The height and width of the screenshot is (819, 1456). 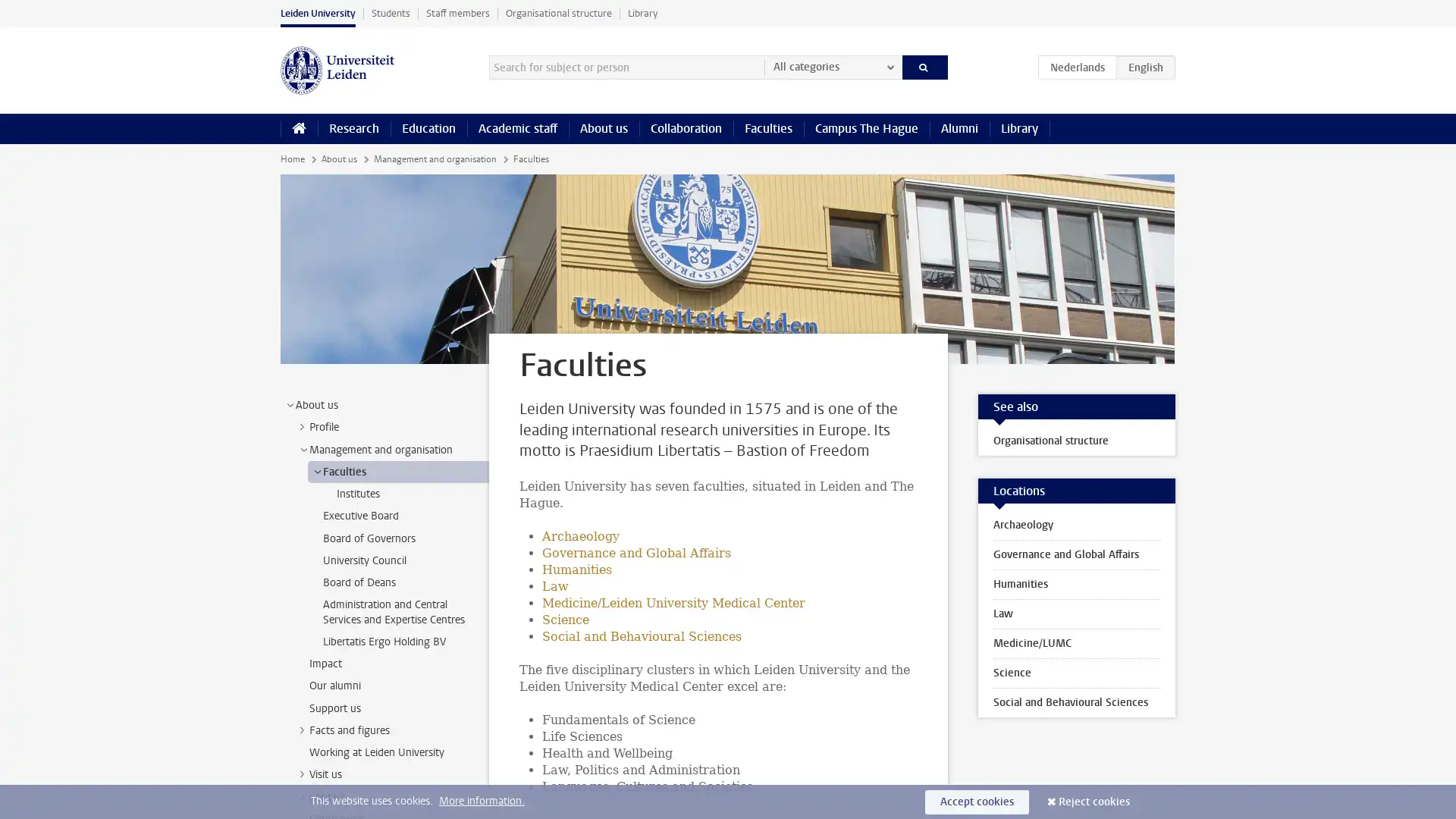 What do you see at coordinates (977, 801) in the screenshot?
I see `Accept cookies` at bounding box center [977, 801].